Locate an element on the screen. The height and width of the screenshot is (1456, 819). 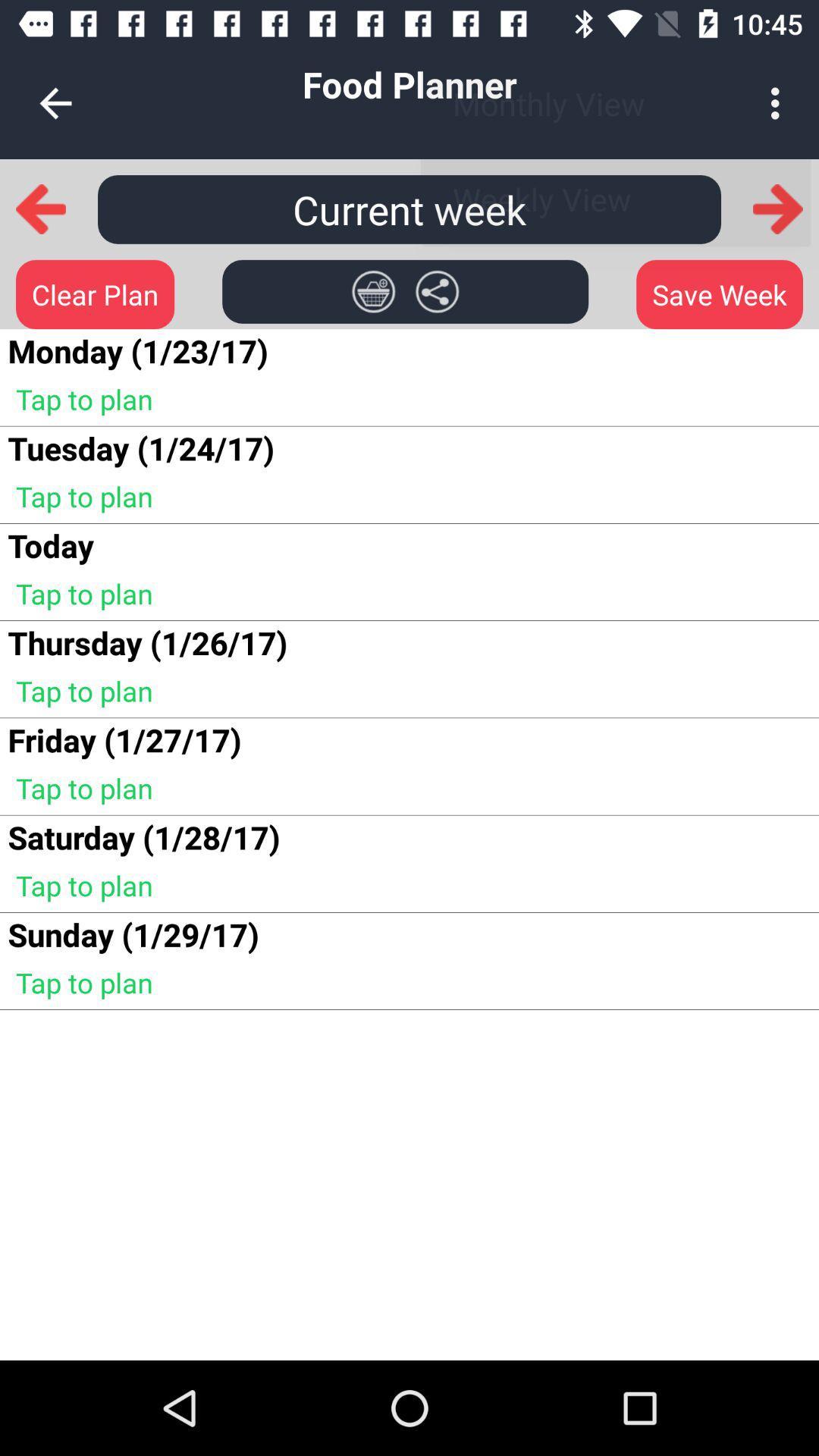
next option is located at coordinates (778, 208).